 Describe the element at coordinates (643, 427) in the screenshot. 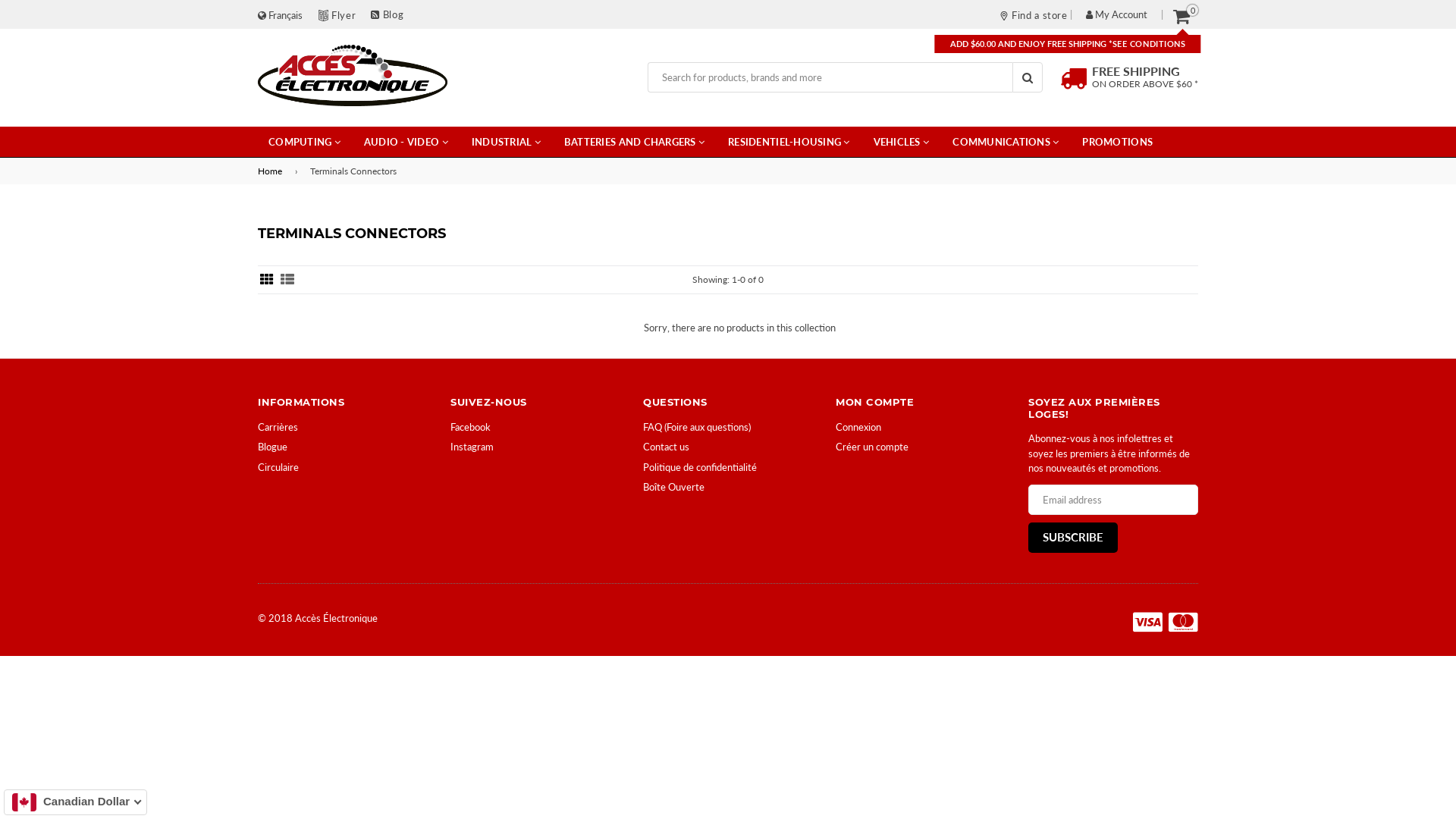

I see `'FAQ (Foire aux questions)'` at that location.